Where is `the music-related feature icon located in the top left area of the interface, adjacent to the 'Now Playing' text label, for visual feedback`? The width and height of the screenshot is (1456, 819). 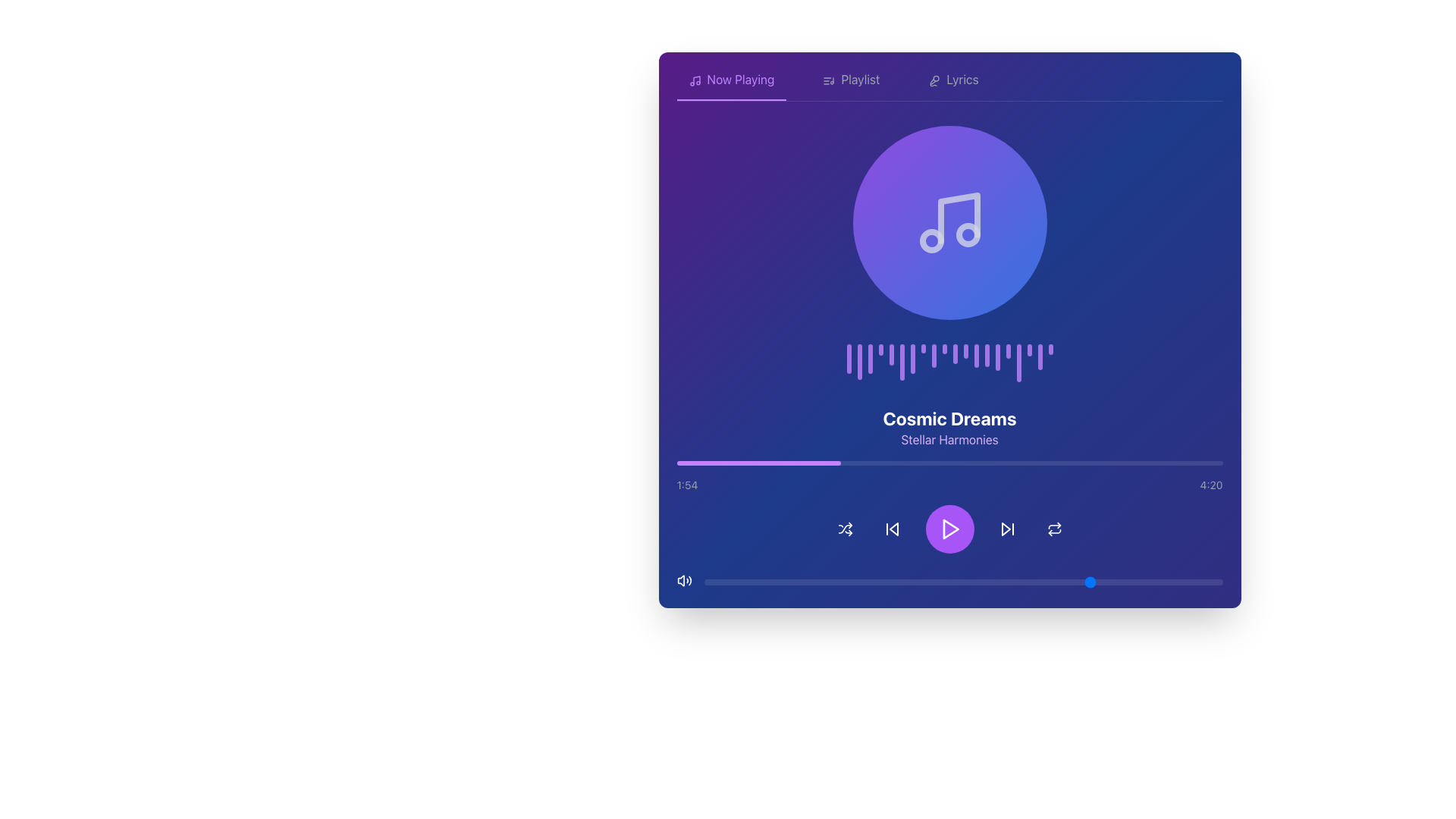
the music-related feature icon located in the top left area of the interface, adjacent to the 'Now Playing' text label, for visual feedback is located at coordinates (694, 80).